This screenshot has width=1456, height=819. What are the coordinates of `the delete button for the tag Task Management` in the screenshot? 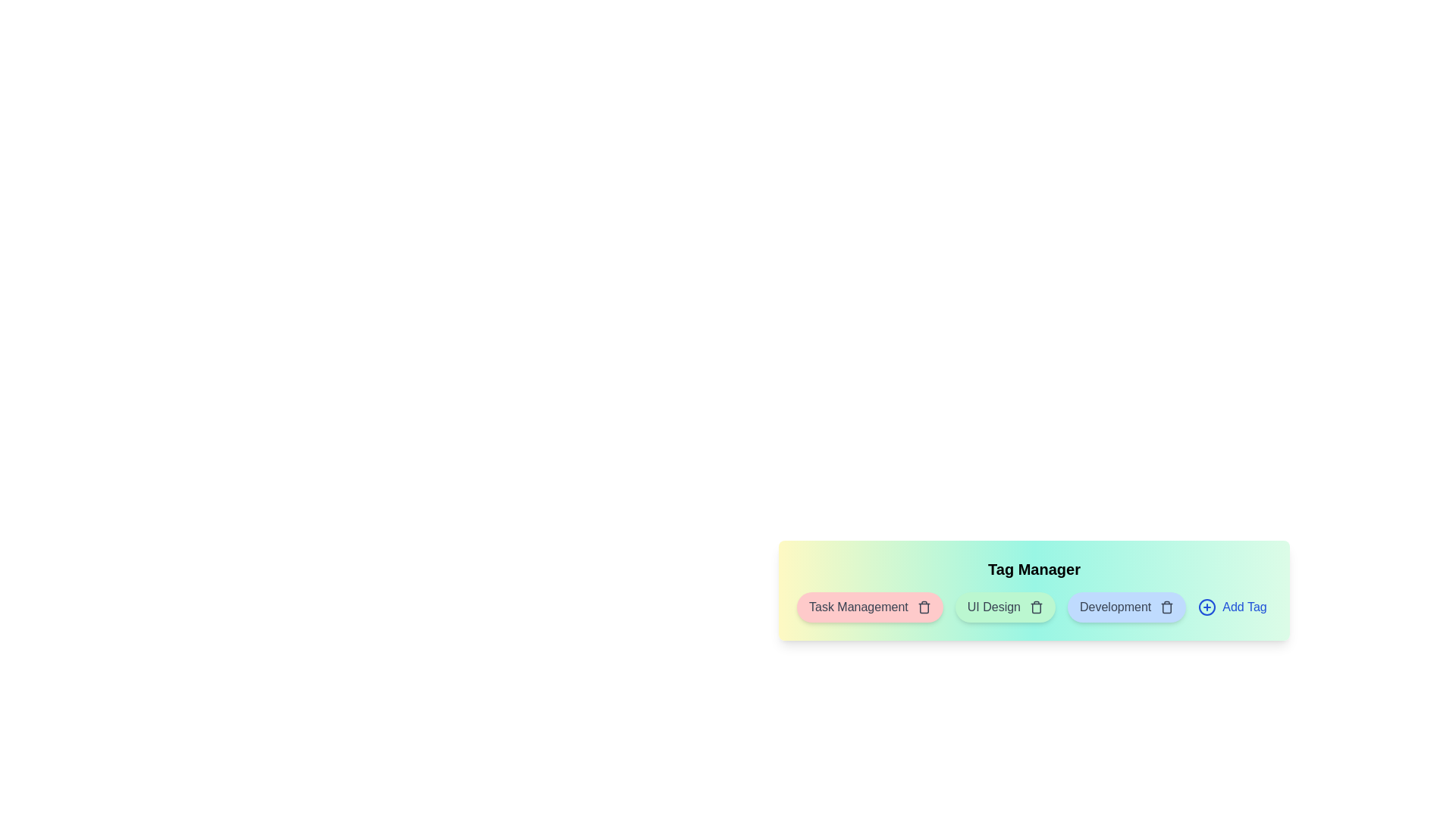 It's located at (923, 607).